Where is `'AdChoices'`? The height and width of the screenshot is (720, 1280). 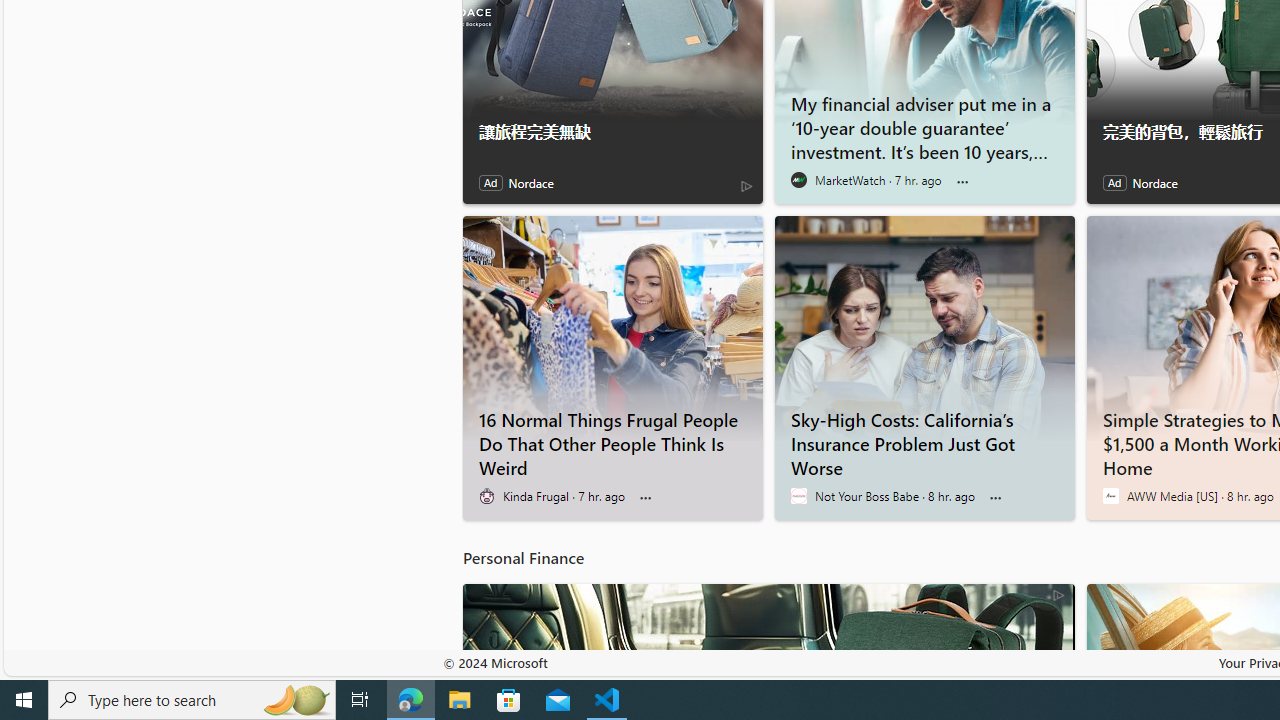 'AdChoices' is located at coordinates (1057, 593).